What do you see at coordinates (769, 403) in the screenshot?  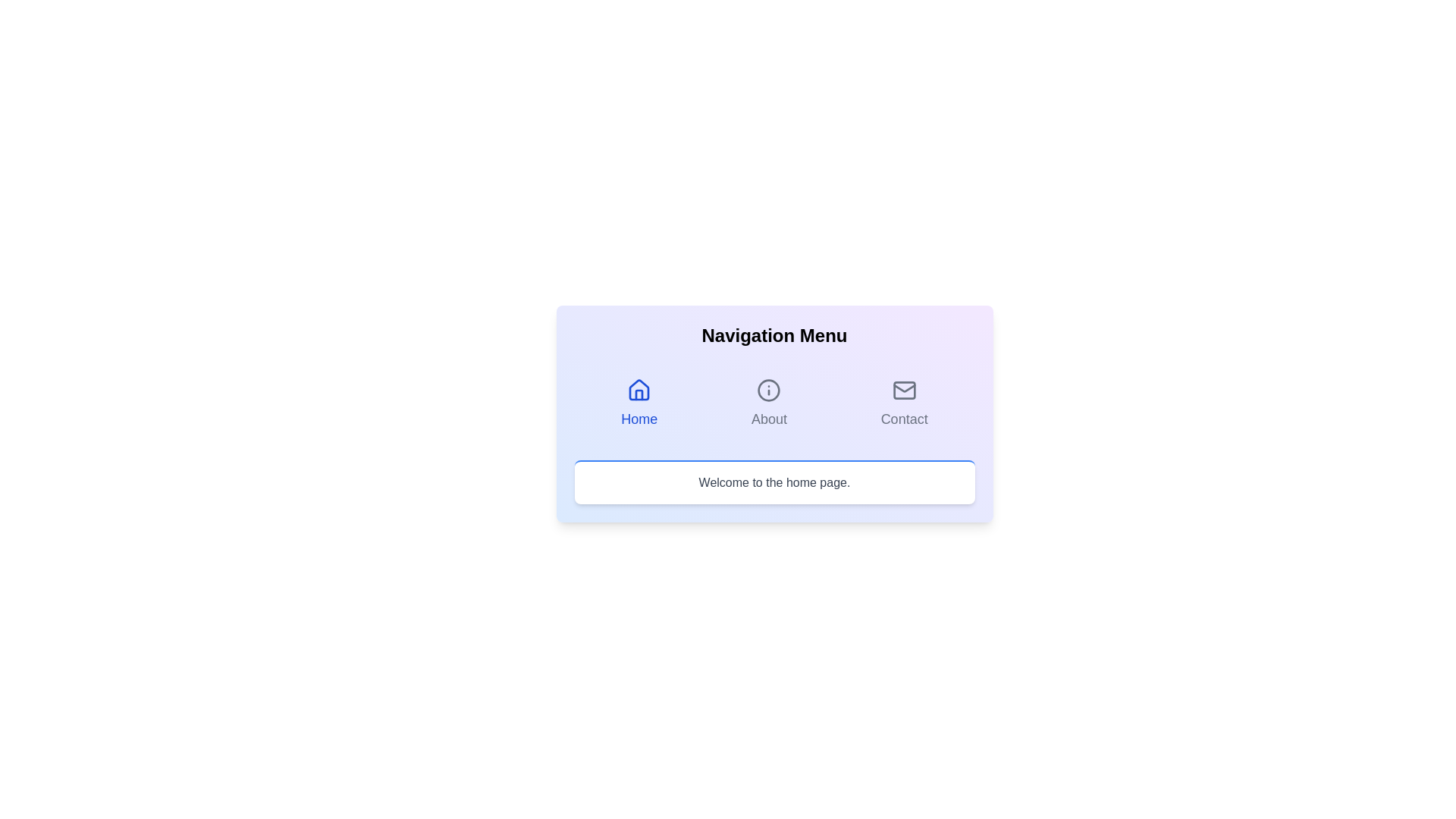 I see `the About tab in the navigation menu` at bounding box center [769, 403].